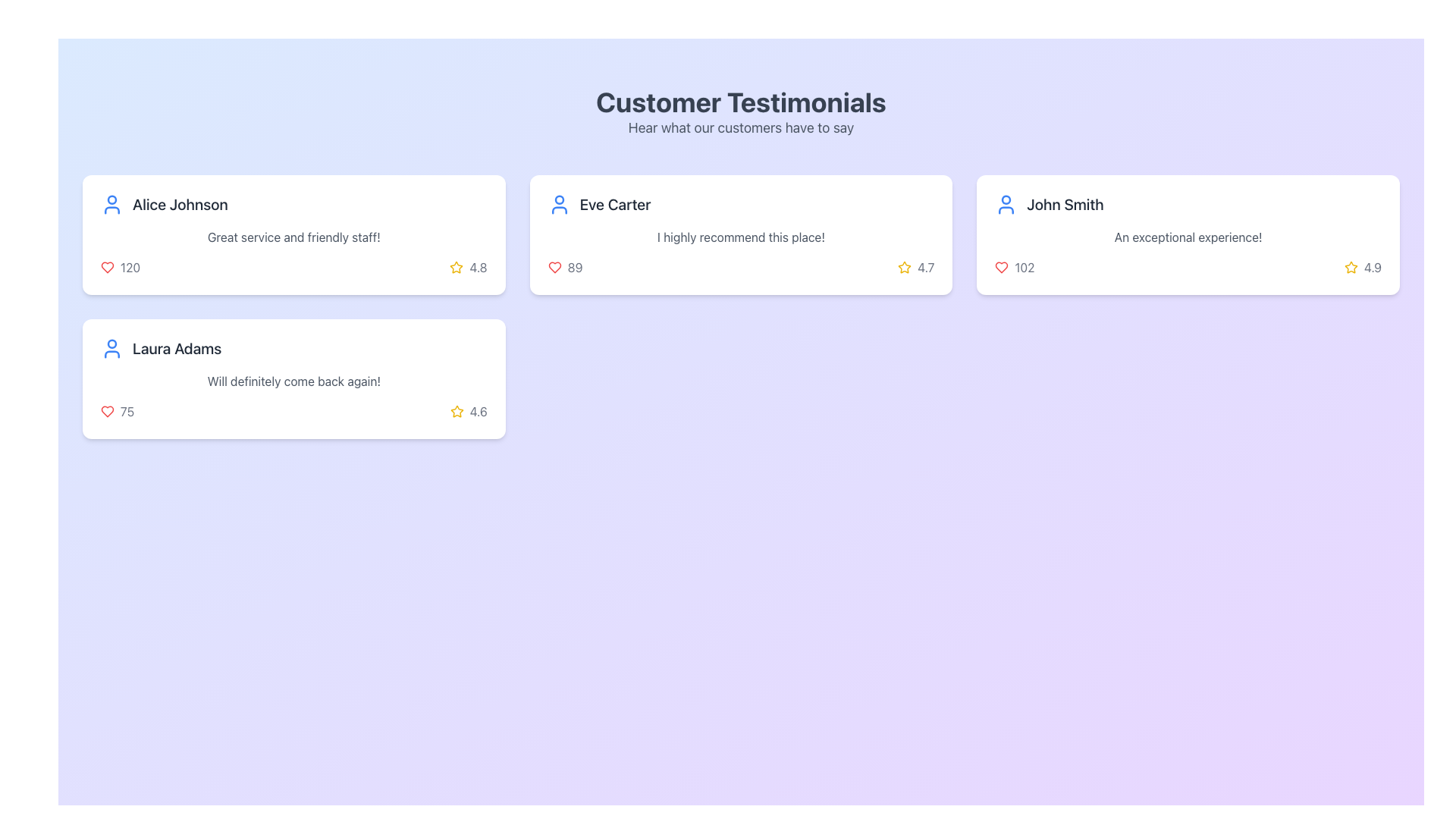  I want to click on numerical rating value displayed in the Text element associated with the testimonial in the card titled 'Alice Johnson', located at the top-left corner among the group of testimonial cards, near a yellow star icon, so click(478, 267).